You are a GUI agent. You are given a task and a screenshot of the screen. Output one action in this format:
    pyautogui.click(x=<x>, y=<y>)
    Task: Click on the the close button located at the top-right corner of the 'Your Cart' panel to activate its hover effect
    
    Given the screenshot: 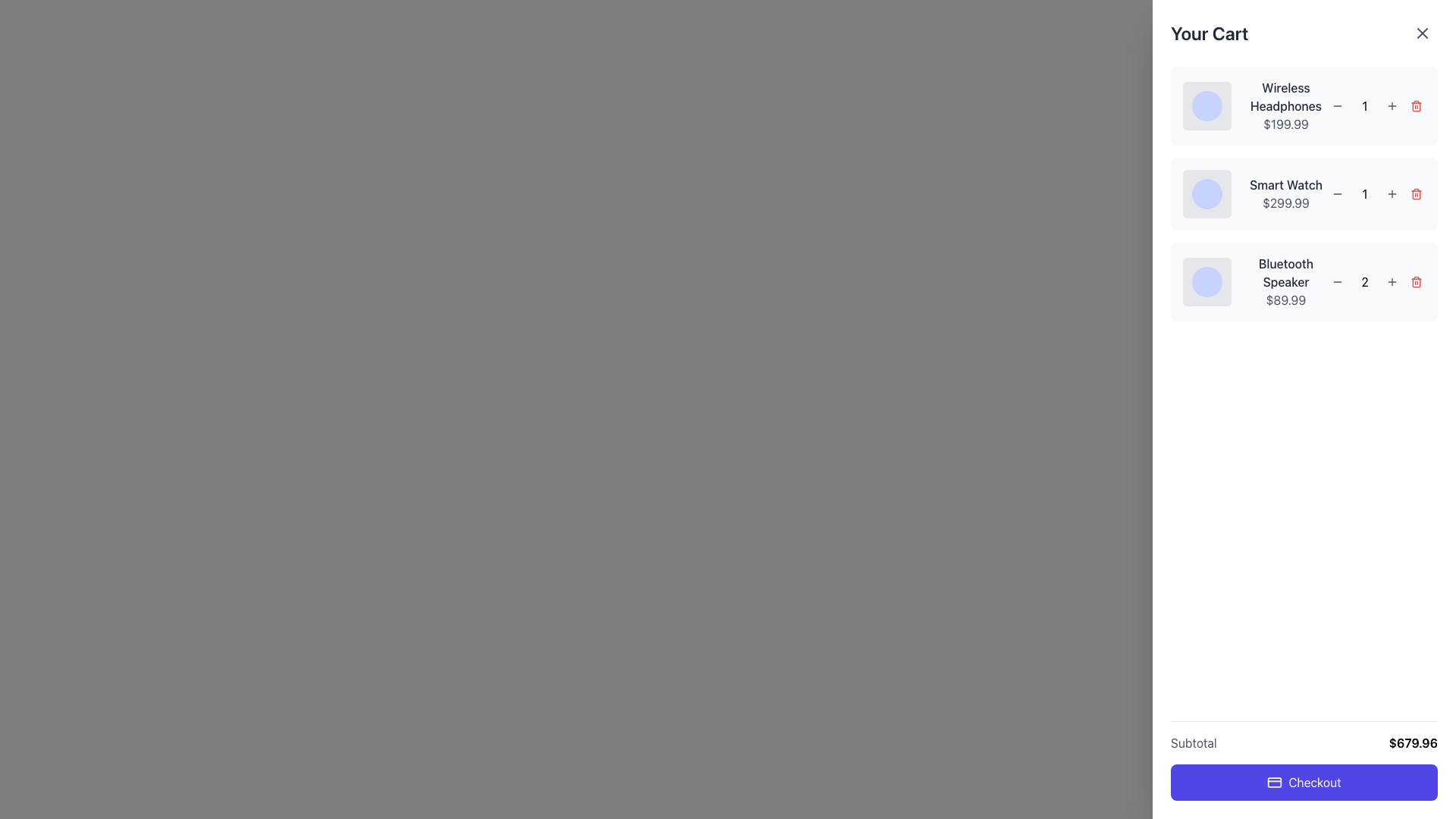 What is the action you would take?
    pyautogui.click(x=1422, y=33)
    